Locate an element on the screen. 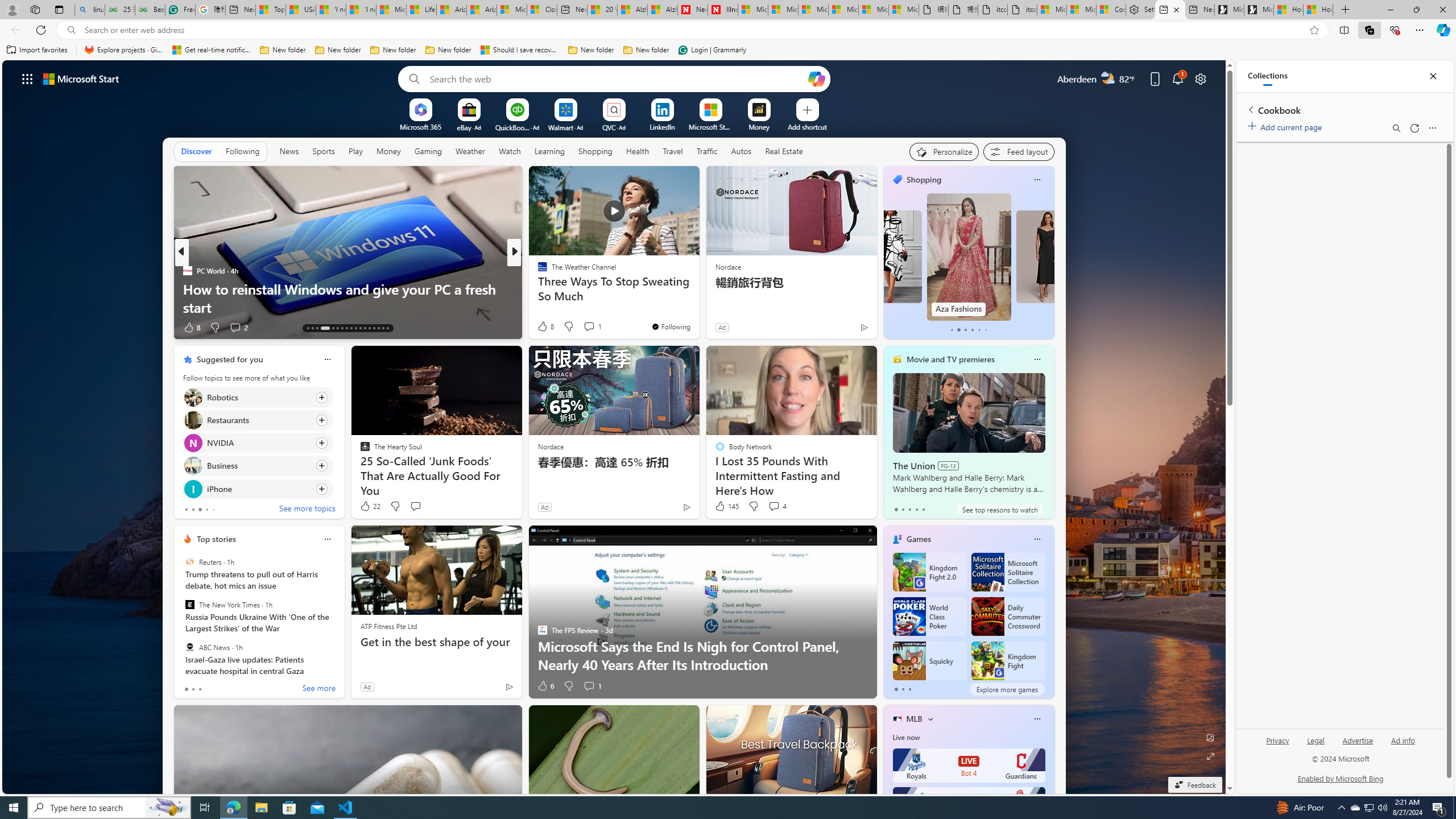 The height and width of the screenshot is (819, 1456). 'AutomationID: tab-22' is located at coordinates (355, 328).